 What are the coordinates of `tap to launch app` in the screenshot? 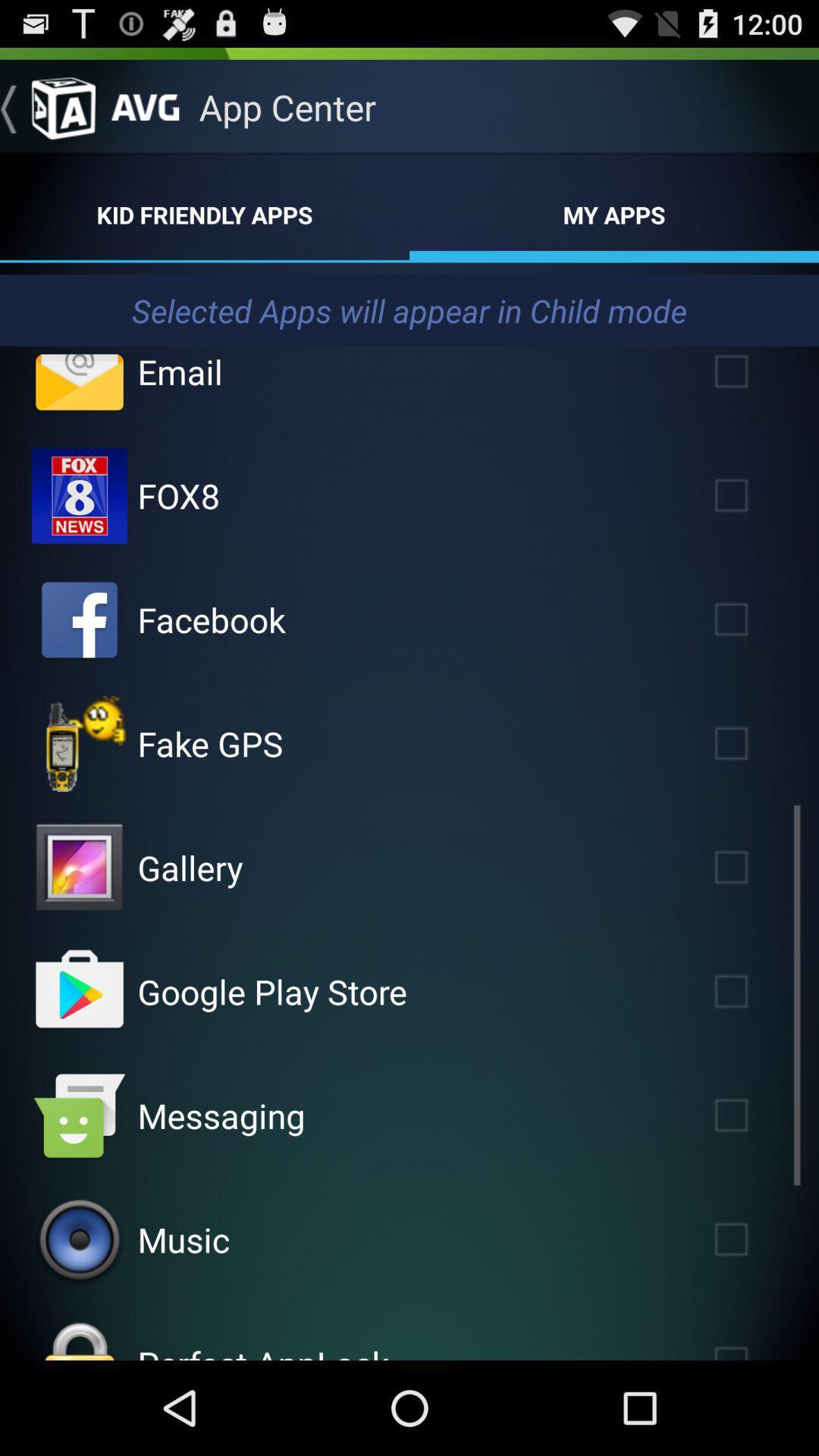 It's located at (79, 992).